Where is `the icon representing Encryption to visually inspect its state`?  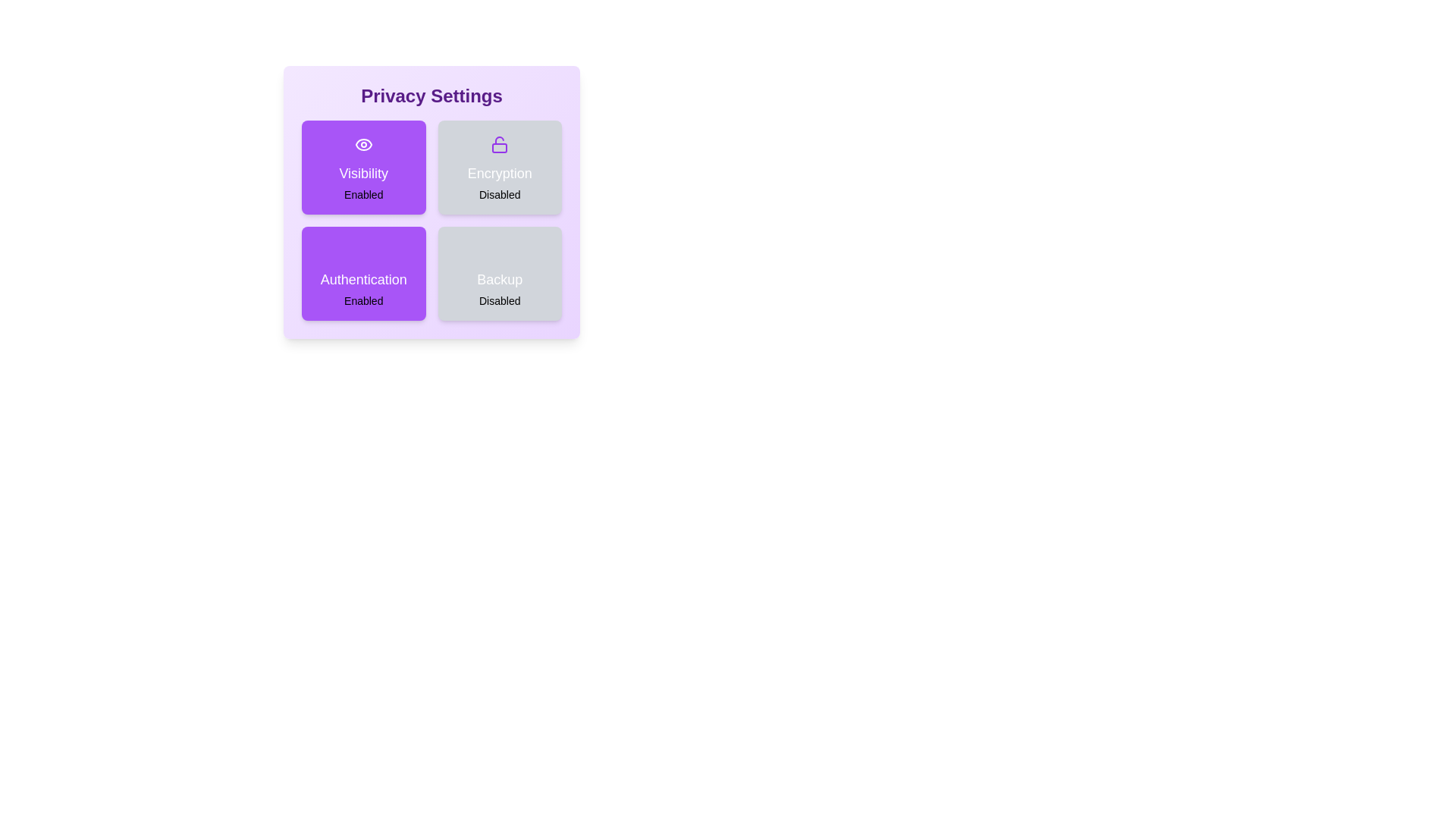 the icon representing Encryption to visually inspect its state is located at coordinates (500, 145).